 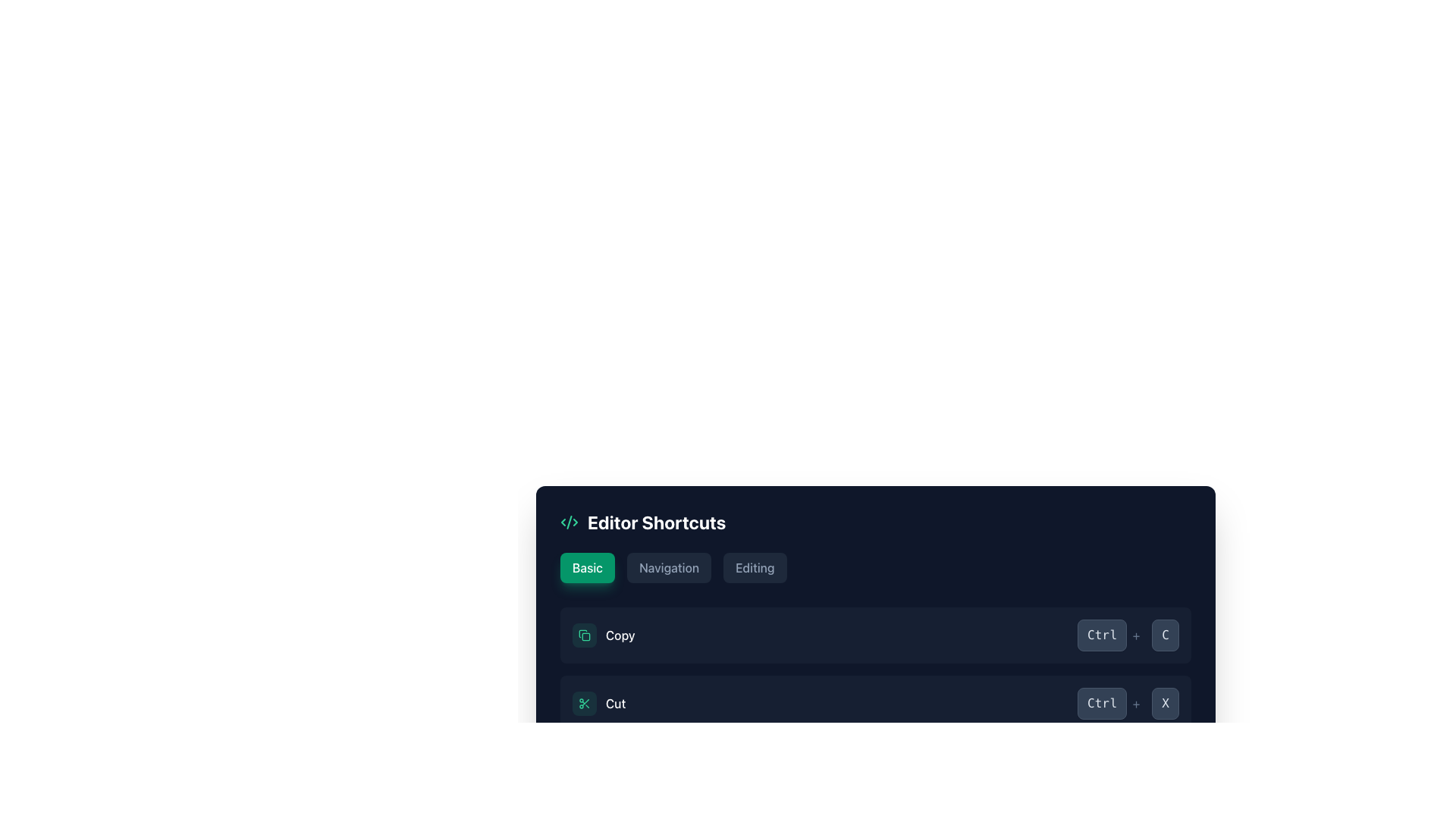 I want to click on the 'Ctrl' key button-like display element, which visually represents the 'Ctrl' key in the shortcut combination, located in the shortcut display section of the interface, so click(x=1102, y=635).